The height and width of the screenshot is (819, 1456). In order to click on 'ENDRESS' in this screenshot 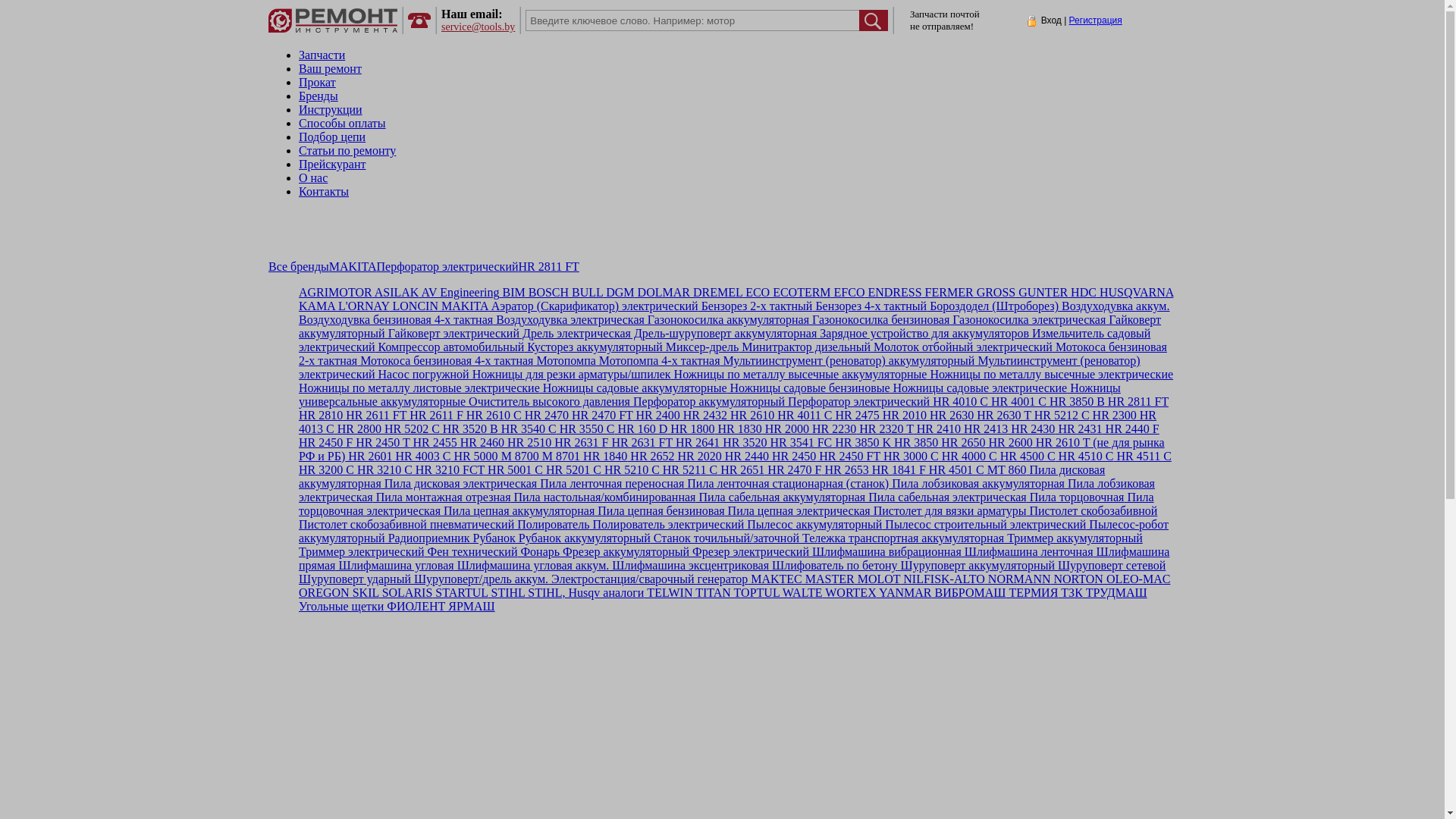, I will do `click(893, 292)`.